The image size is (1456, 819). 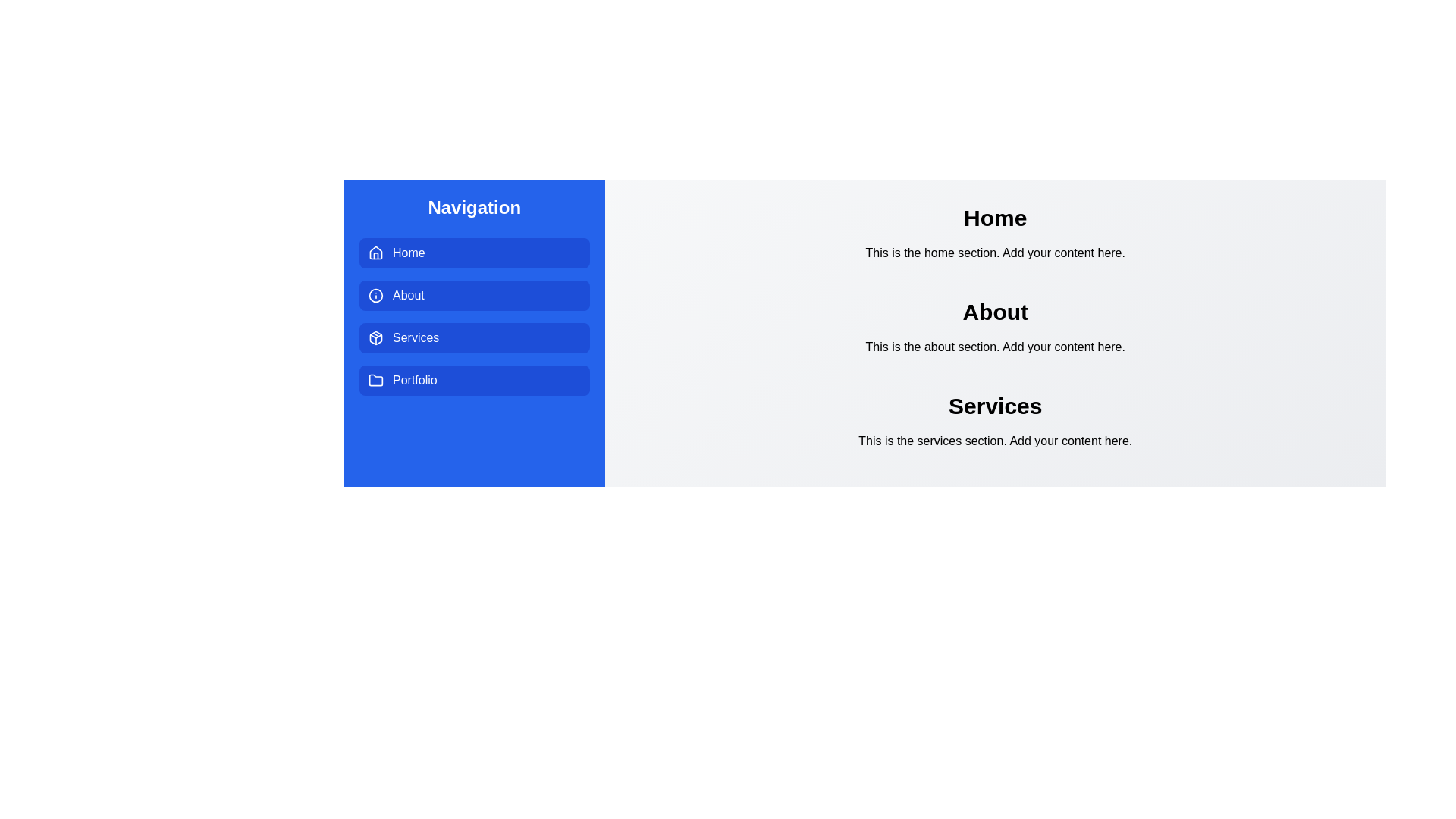 What do you see at coordinates (375, 379) in the screenshot?
I see `the 'Portfolio' icon in the navigation menu on the left blue banner` at bounding box center [375, 379].